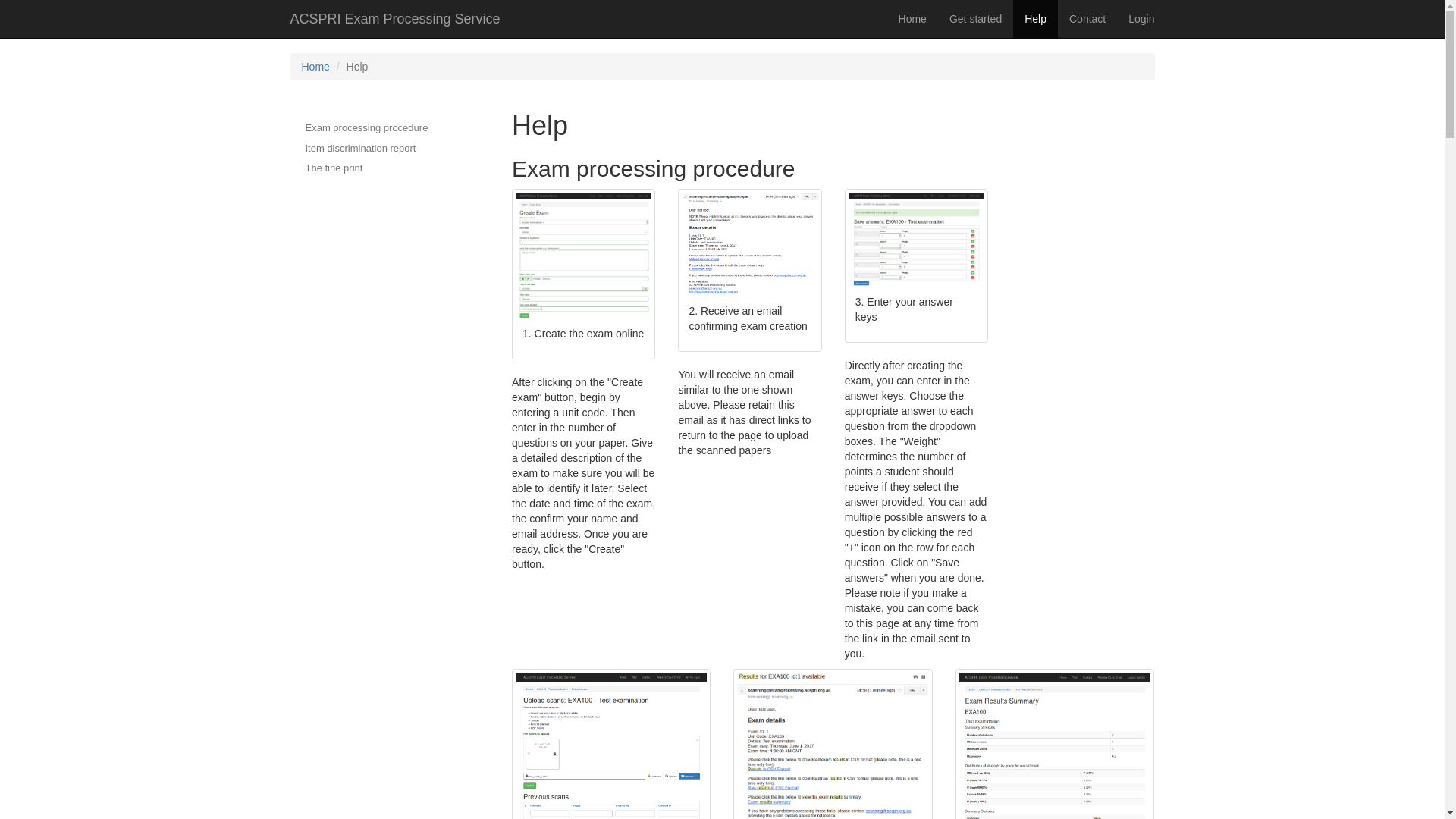  Describe the element at coordinates (1034, 18) in the screenshot. I see `'Help'` at that location.